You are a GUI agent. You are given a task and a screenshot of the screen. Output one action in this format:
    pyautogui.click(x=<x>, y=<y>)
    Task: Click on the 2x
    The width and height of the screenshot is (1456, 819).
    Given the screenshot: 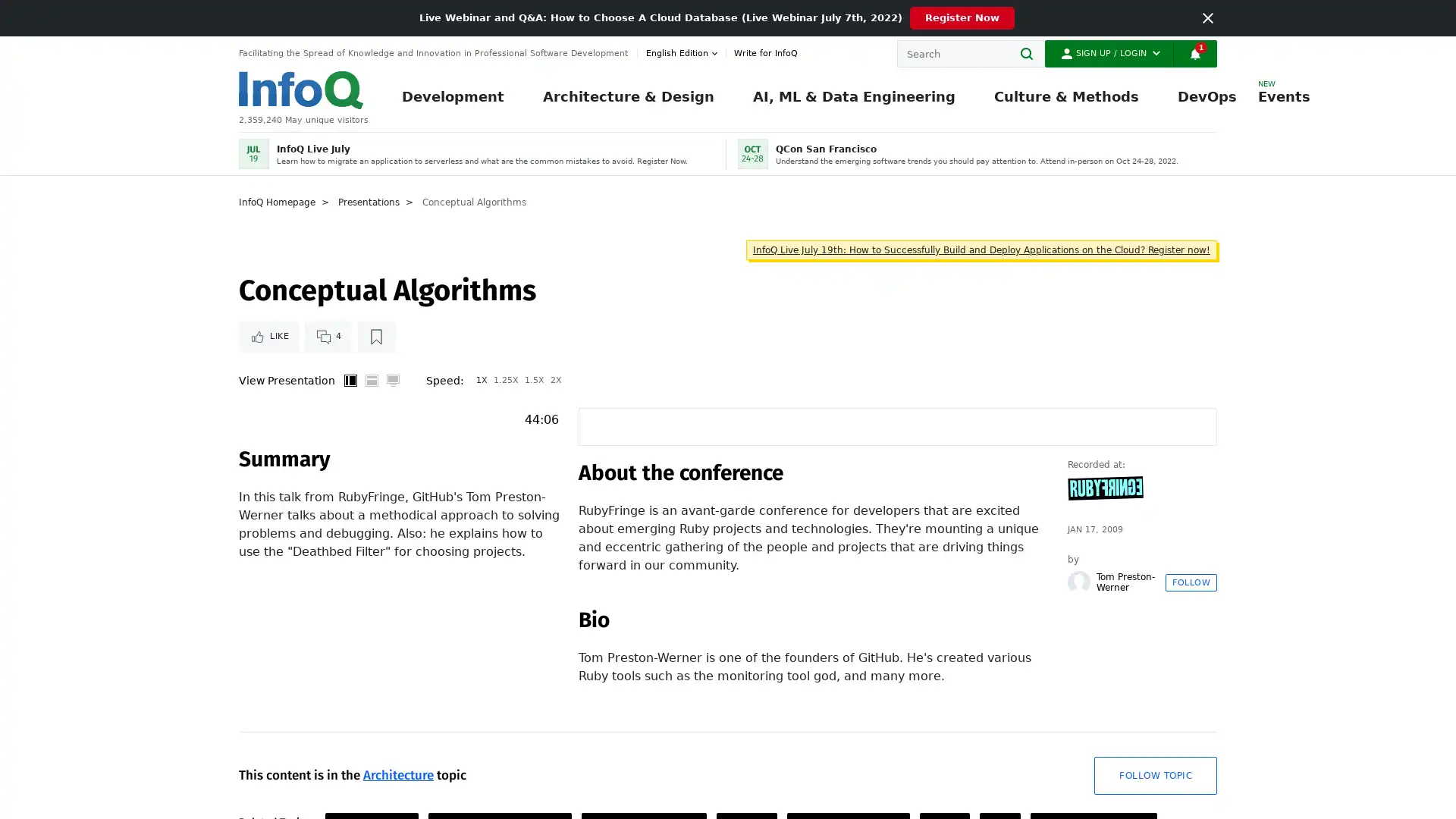 What is the action you would take?
    pyautogui.click(x=555, y=435)
    